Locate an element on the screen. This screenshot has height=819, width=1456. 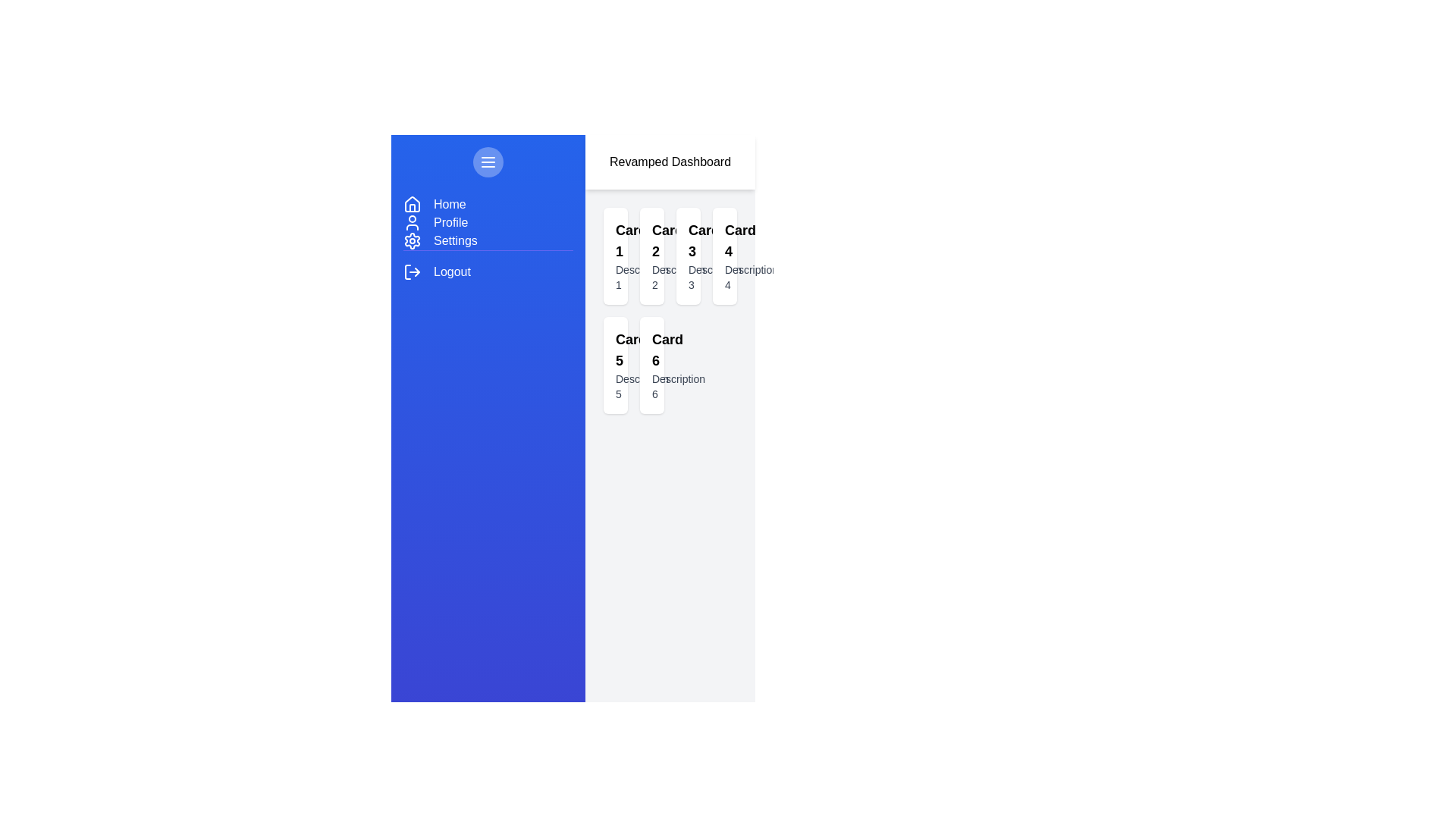
the circular button with a menu icon located at the top of the sidebar is located at coordinates (488, 162).